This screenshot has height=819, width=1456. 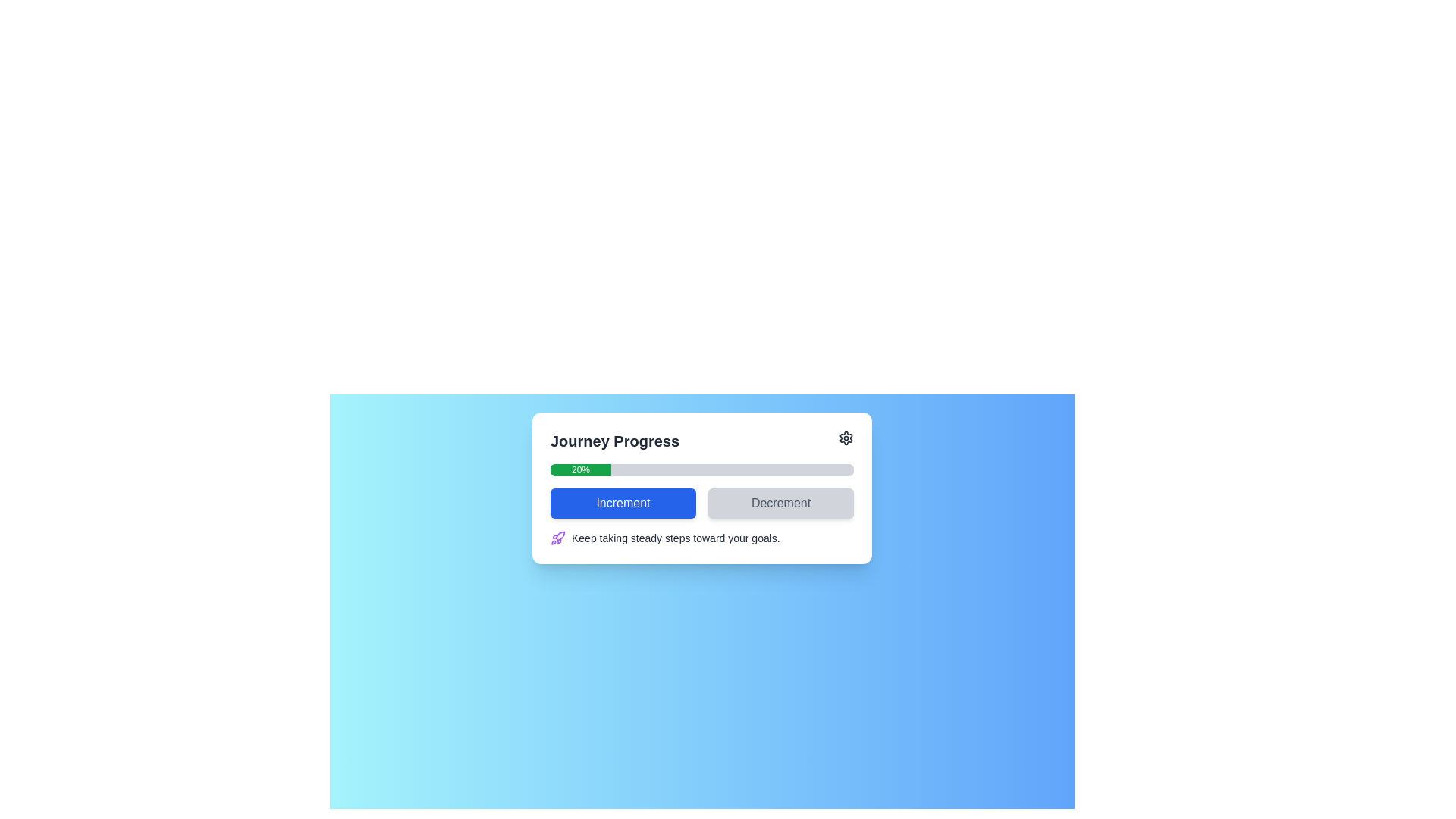 I want to click on the 'Increment' button, which is a rectangular button with a blue background and white text, located under a progress bar labeled '20%', so click(x=623, y=503).